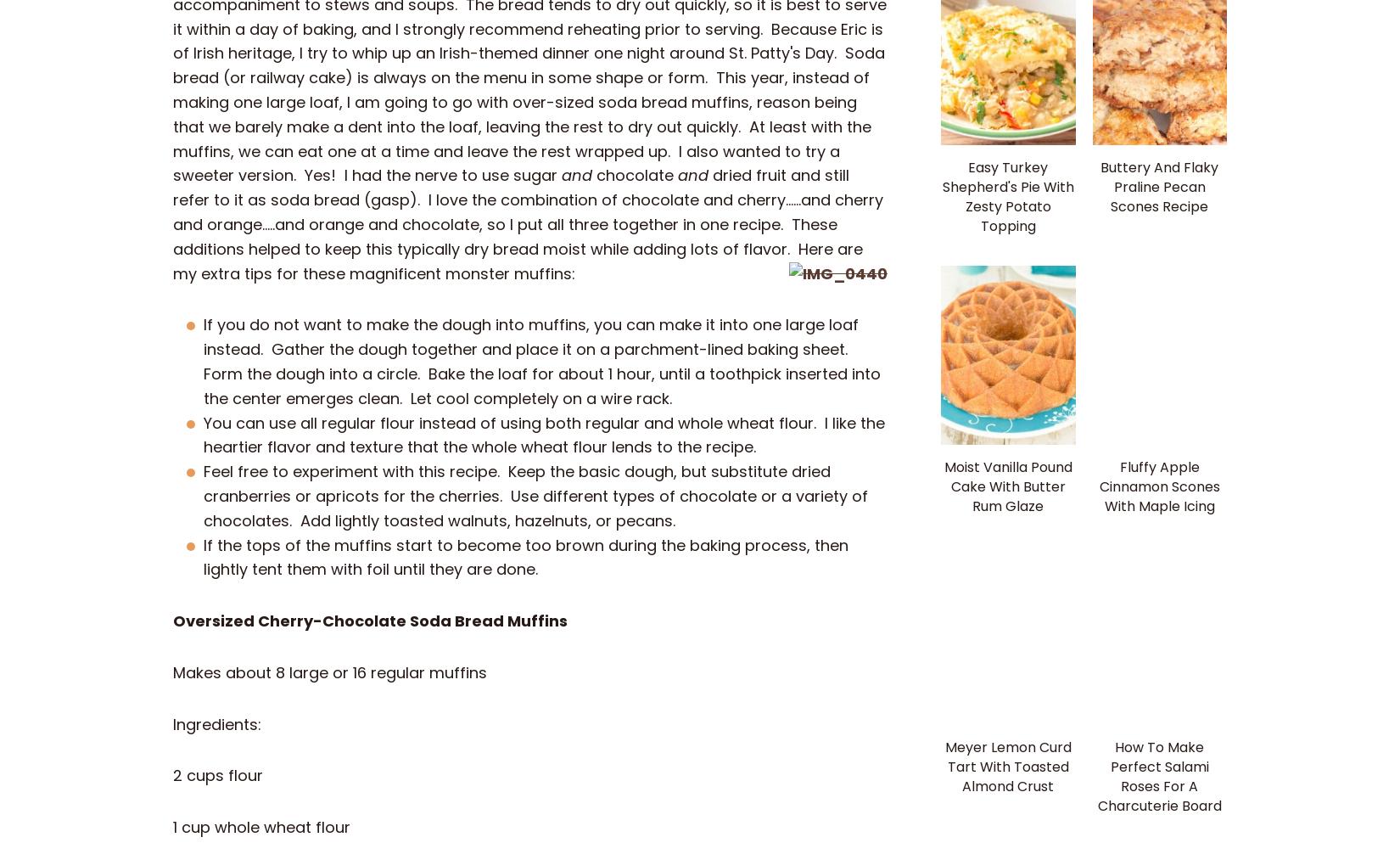 Image resolution: width=1400 pixels, height=854 pixels. I want to click on '2 cups flour', so click(218, 774).